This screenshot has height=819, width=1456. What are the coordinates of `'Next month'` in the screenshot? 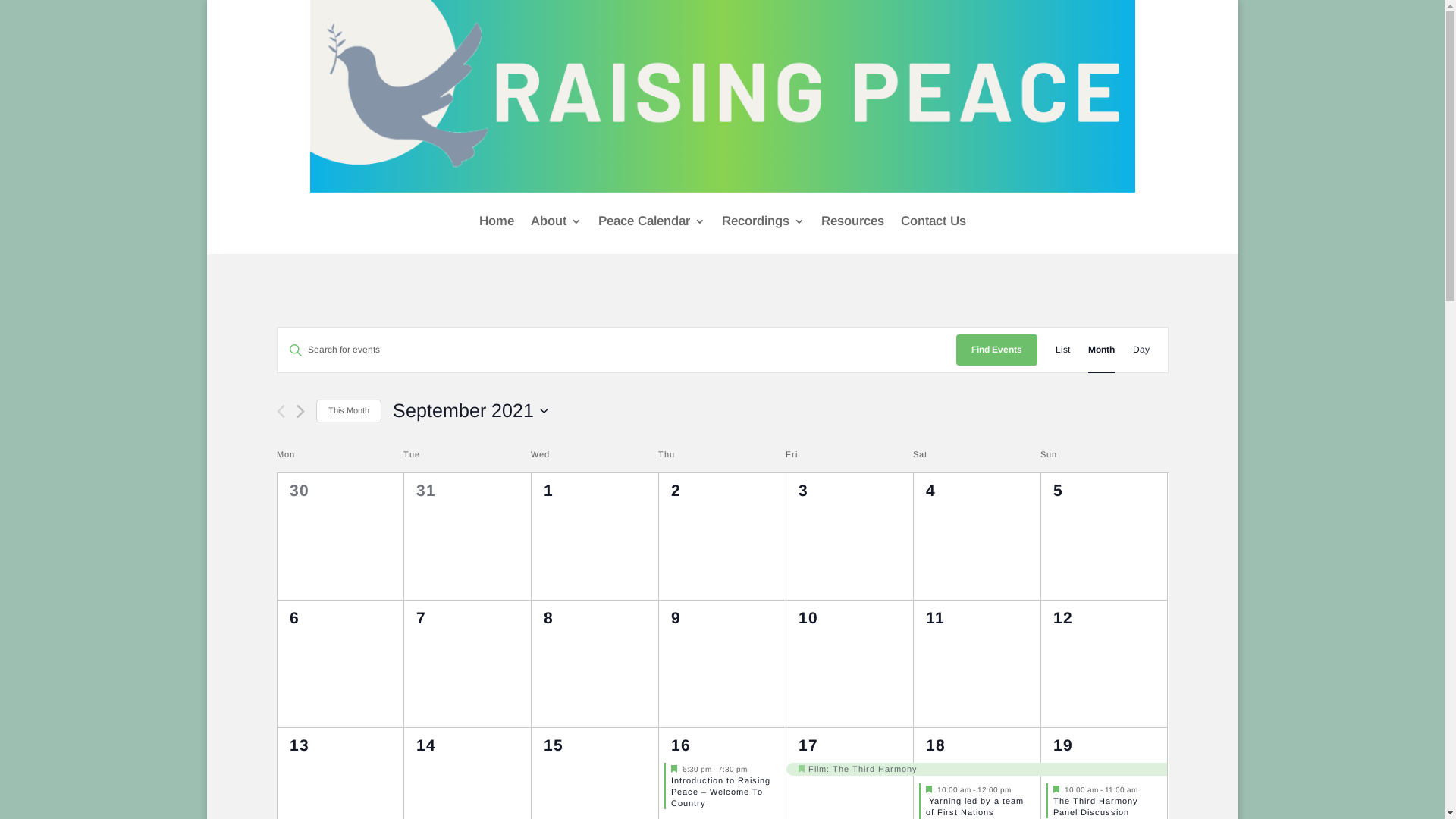 It's located at (300, 411).